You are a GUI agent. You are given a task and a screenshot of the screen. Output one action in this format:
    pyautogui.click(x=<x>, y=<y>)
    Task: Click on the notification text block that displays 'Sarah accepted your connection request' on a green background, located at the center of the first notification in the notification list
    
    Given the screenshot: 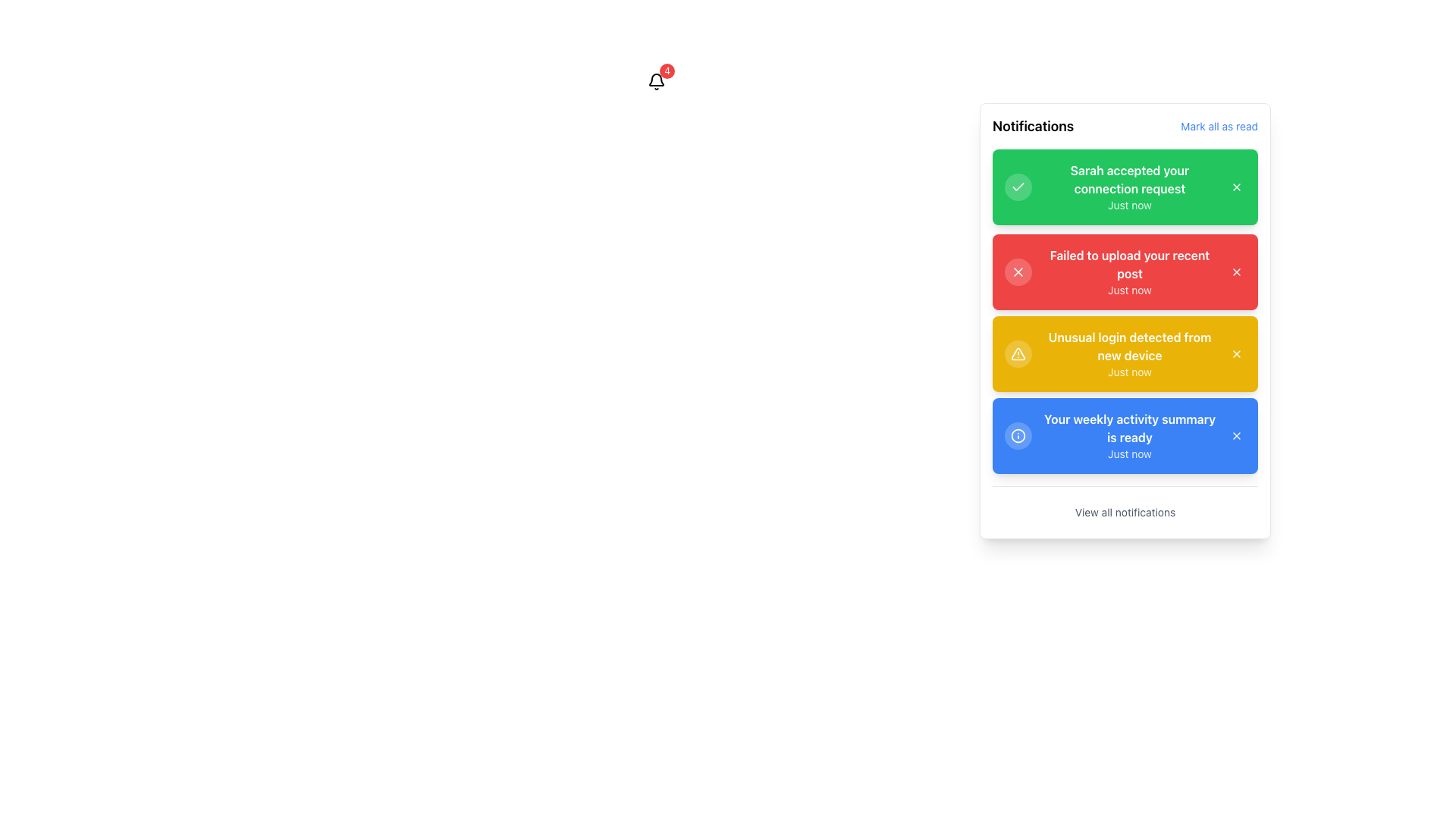 What is the action you would take?
    pyautogui.click(x=1129, y=186)
    